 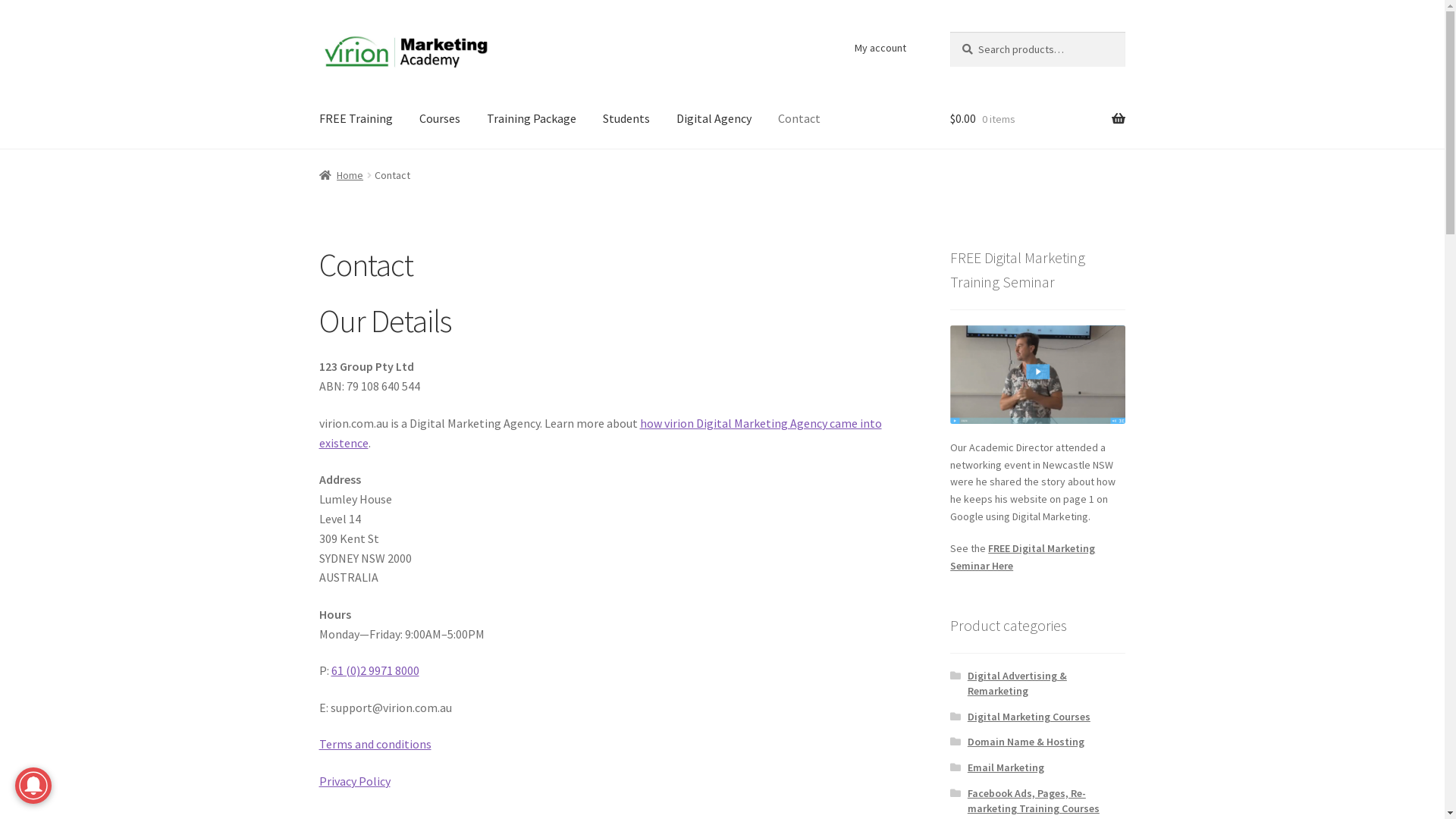 I want to click on 'Students', so click(x=626, y=118).